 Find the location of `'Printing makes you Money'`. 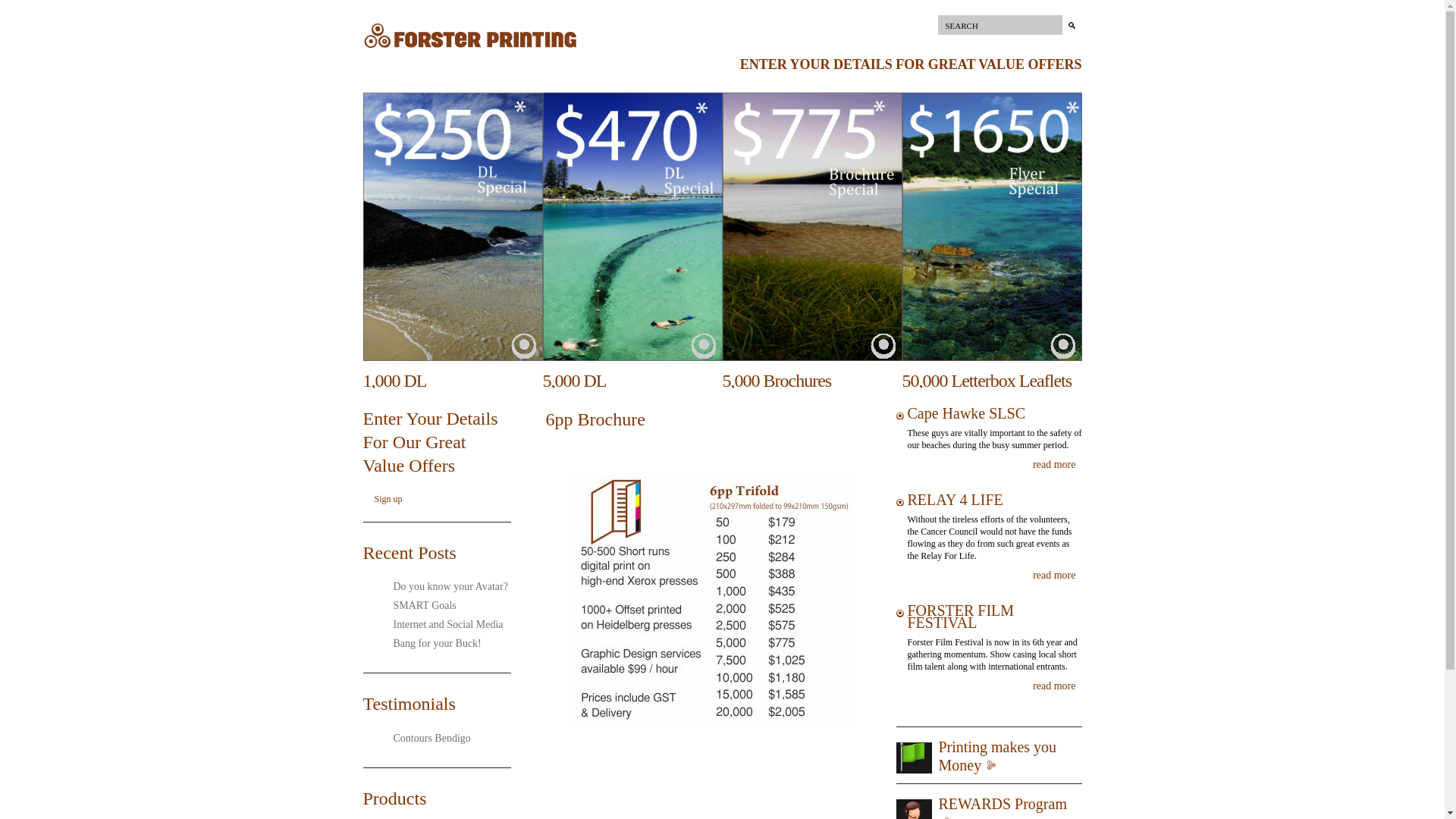

'Printing makes you Money' is located at coordinates (997, 755).